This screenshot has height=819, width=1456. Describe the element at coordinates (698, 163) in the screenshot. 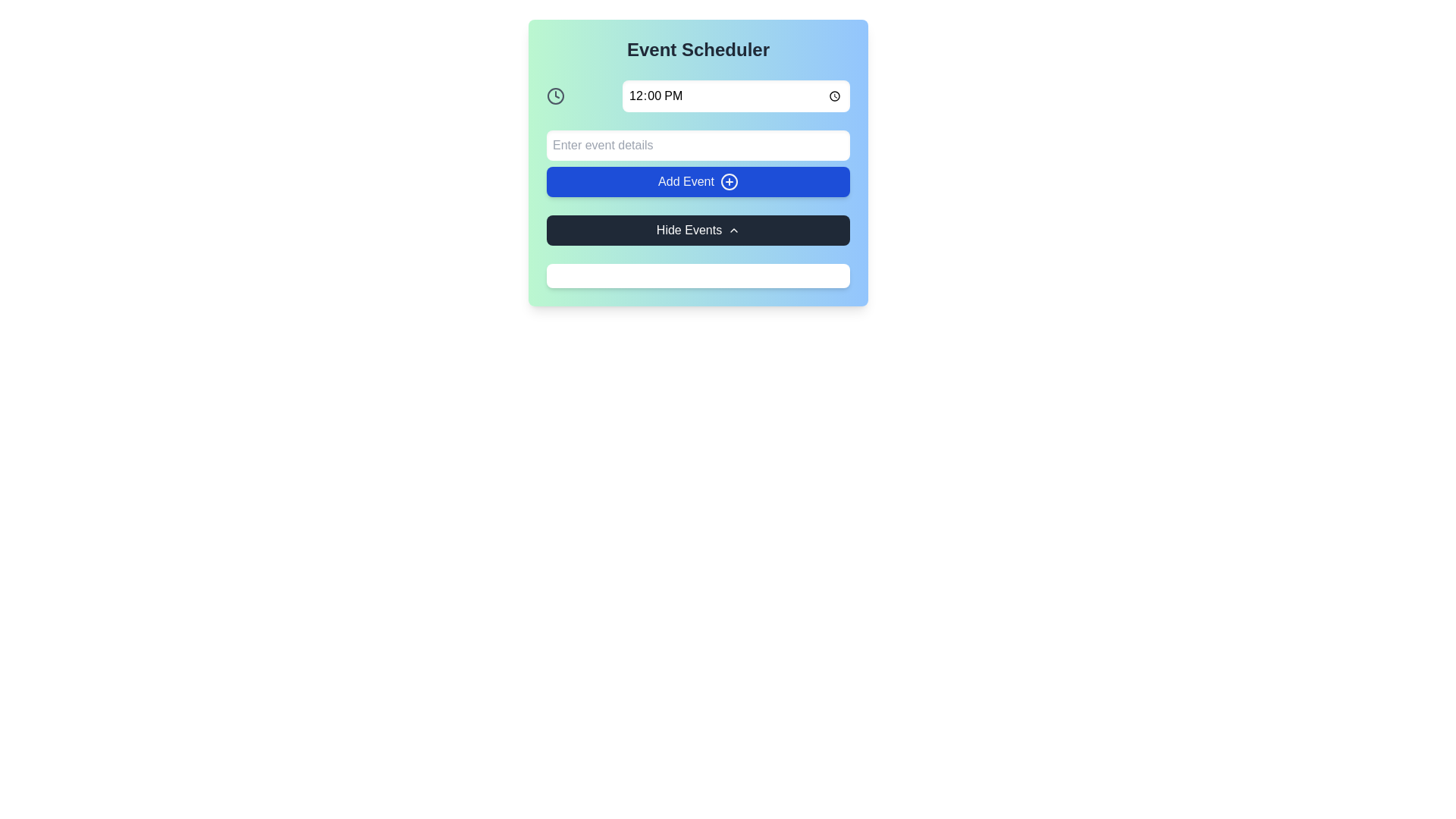

I see `the 'Add Event' button, which is a vibrant blue rectangular button with white text and a '+' icon, located within the 'Event Scheduler' card` at that location.